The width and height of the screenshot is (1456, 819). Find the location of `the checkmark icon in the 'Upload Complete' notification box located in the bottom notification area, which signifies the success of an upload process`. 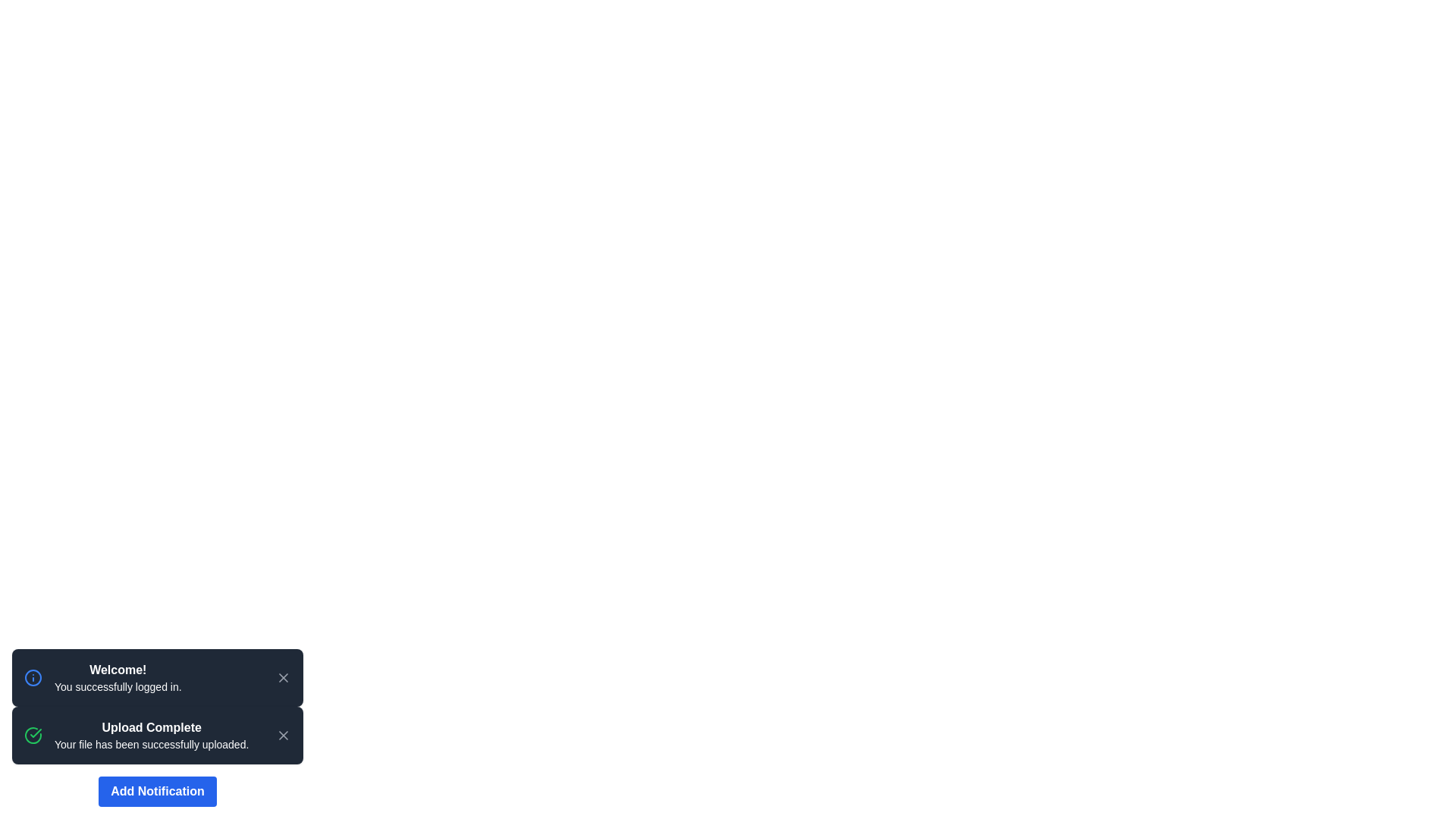

the checkmark icon in the 'Upload Complete' notification box located in the bottom notification area, which signifies the success of an upload process is located at coordinates (36, 733).